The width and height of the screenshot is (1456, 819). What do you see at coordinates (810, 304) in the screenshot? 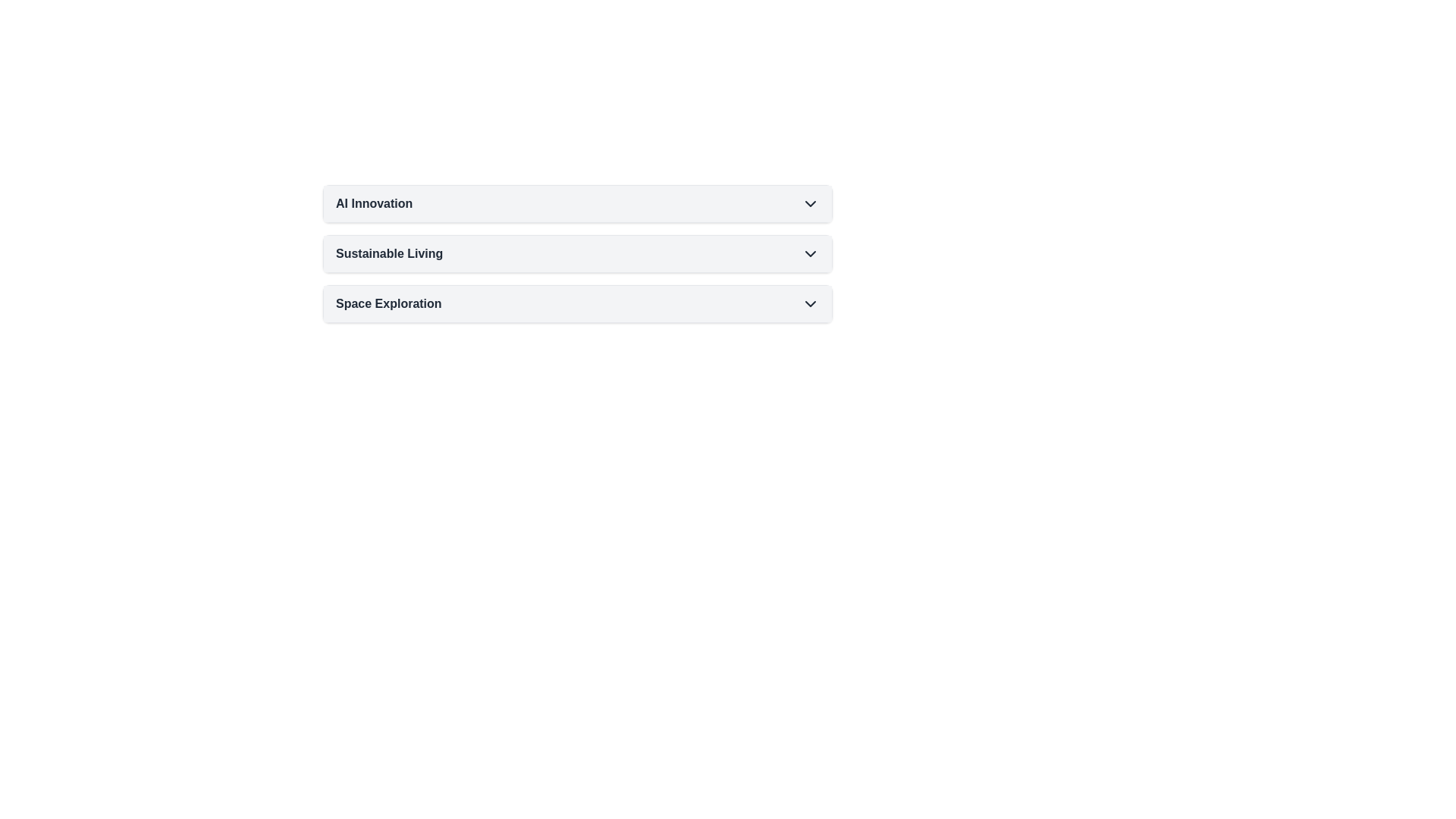
I see `the Dropdown toggle icon located at the far right side of the 'Space Exploration' tab` at bounding box center [810, 304].